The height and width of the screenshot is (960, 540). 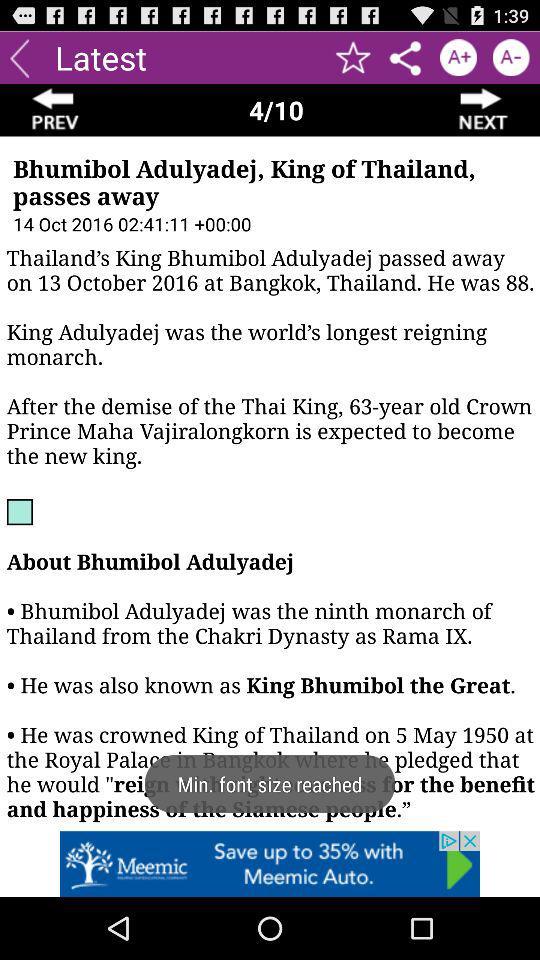 I want to click on assign a grade, so click(x=458, y=56).